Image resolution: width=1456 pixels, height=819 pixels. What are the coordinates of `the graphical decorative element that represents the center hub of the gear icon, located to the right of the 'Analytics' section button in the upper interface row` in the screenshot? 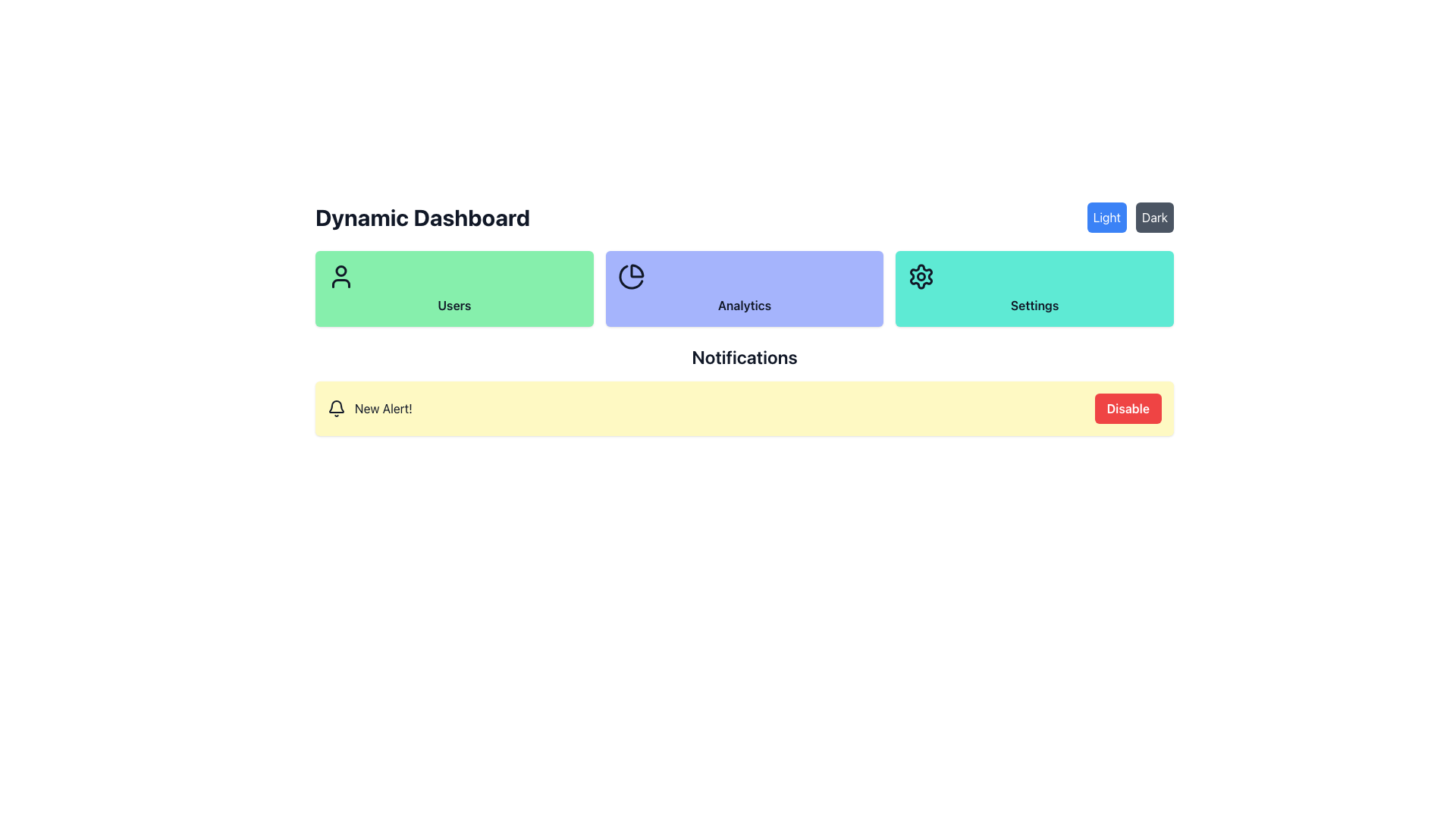 It's located at (921, 277).